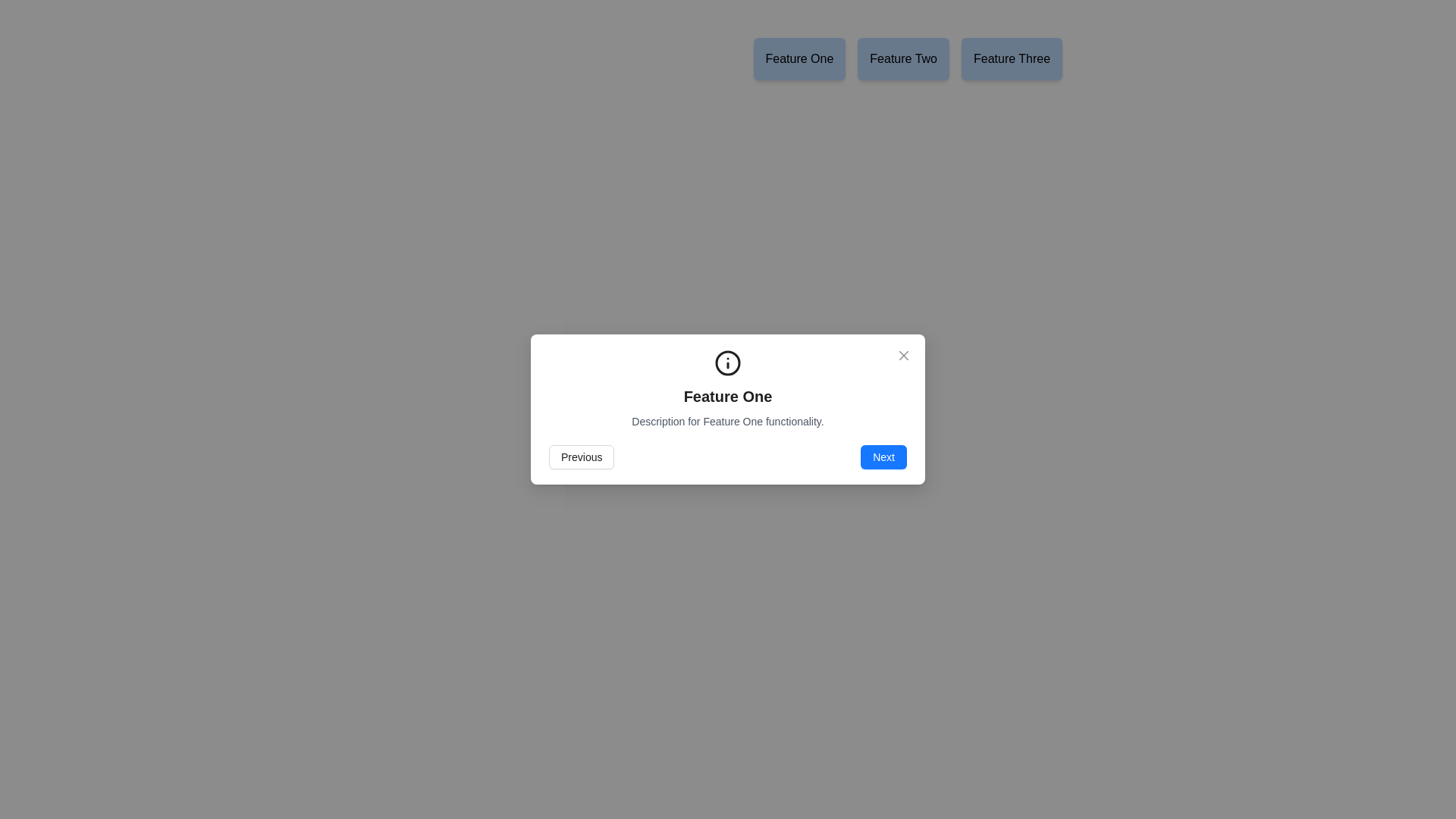 The image size is (1456, 819). What do you see at coordinates (1012, 58) in the screenshot?
I see `the third button representing 'Feature Three'` at bounding box center [1012, 58].